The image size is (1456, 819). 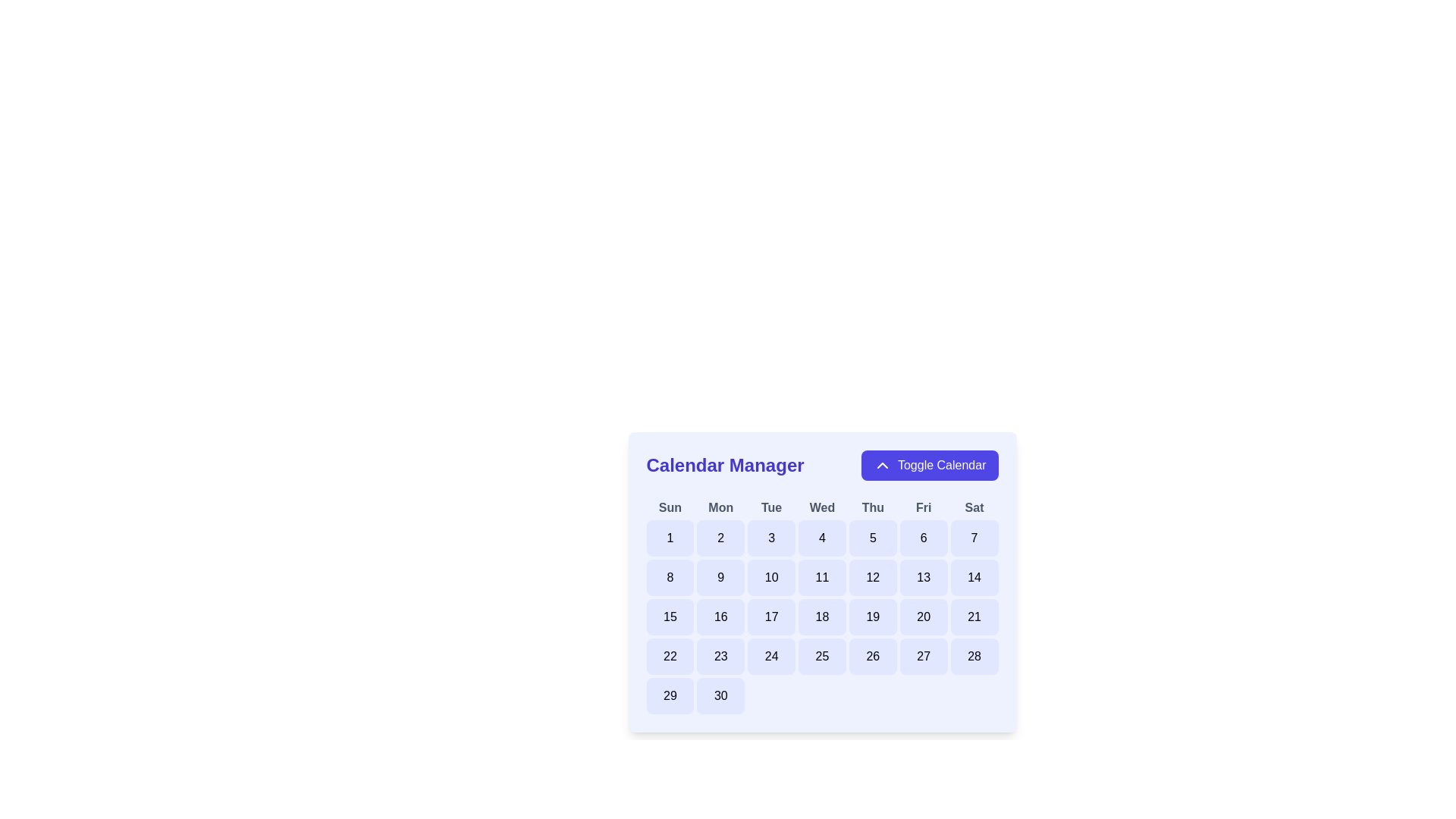 I want to click on the 'Sun' text label, which is the first item in a horizontal grid row representing the days of the week, styled in bold, dark gray font, so click(x=669, y=508).